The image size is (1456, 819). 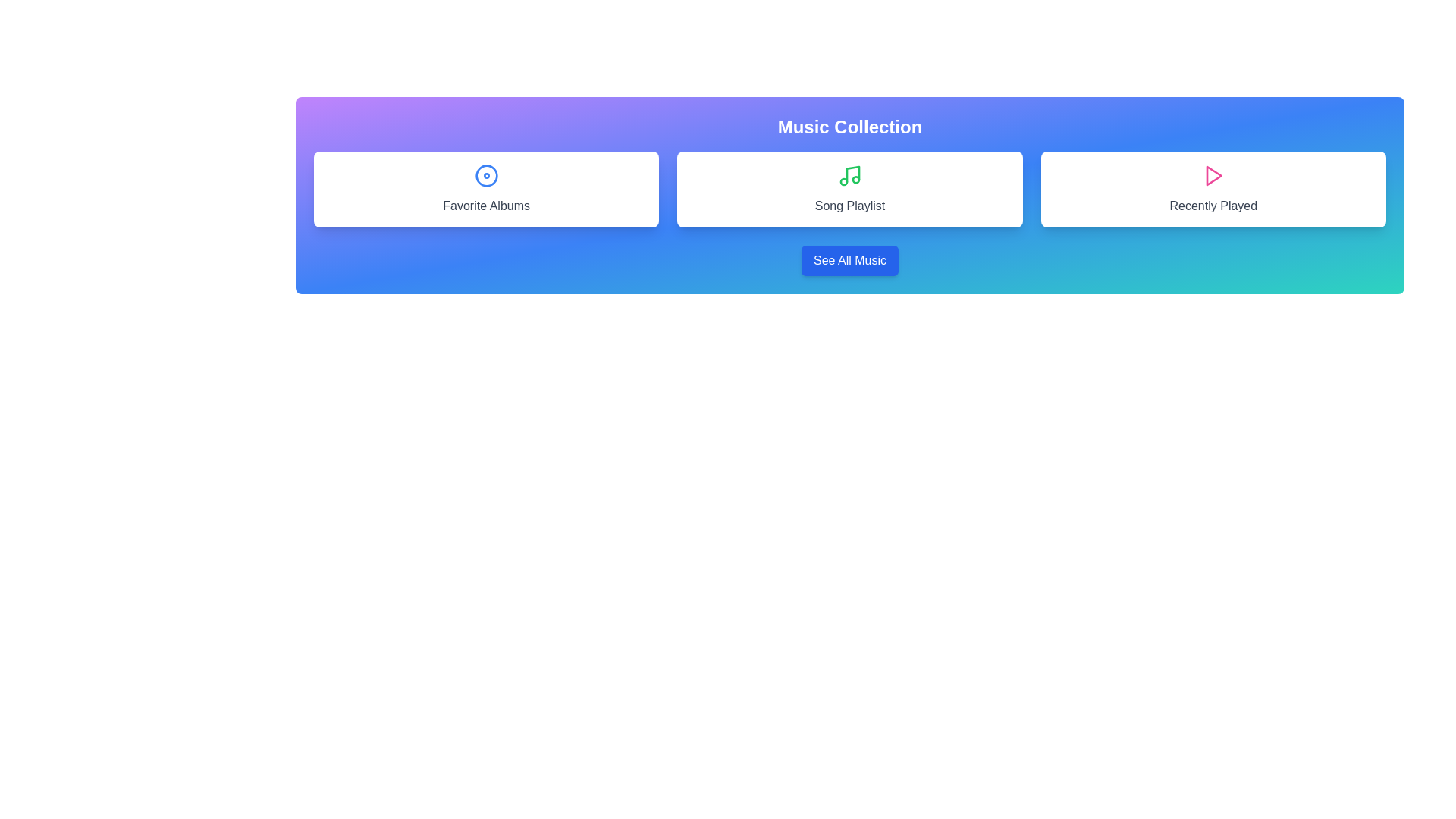 What do you see at coordinates (1213, 206) in the screenshot?
I see `descriptive text label located at the bottom of the rightmost card in a row of three cards, positioned under a pink play icon` at bounding box center [1213, 206].